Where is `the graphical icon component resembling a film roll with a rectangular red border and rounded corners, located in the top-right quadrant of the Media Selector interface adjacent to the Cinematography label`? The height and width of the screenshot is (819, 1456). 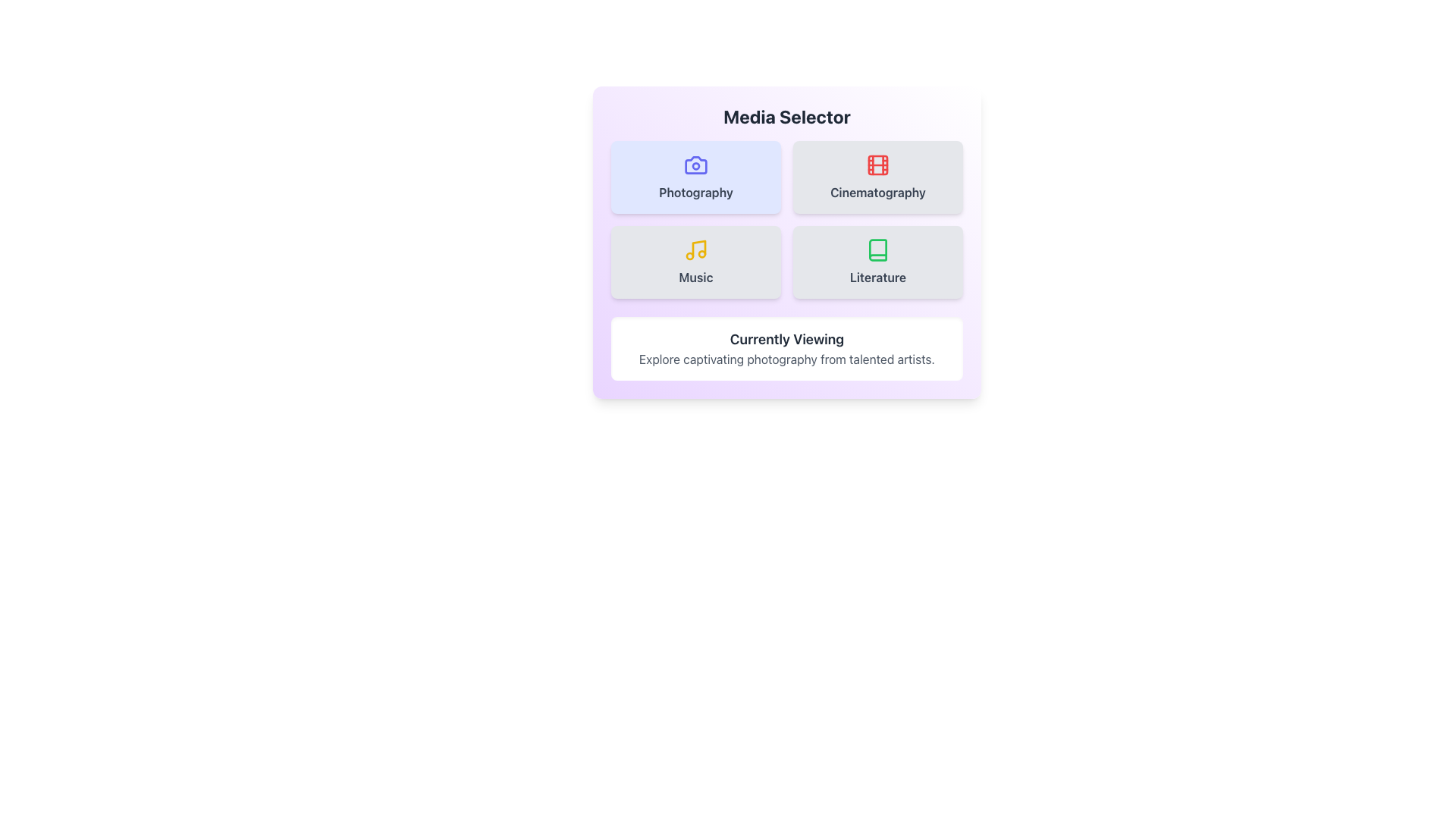 the graphical icon component resembling a film roll with a rectangular red border and rounded corners, located in the top-right quadrant of the Media Selector interface adjacent to the Cinematography label is located at coordinates (877, 165).